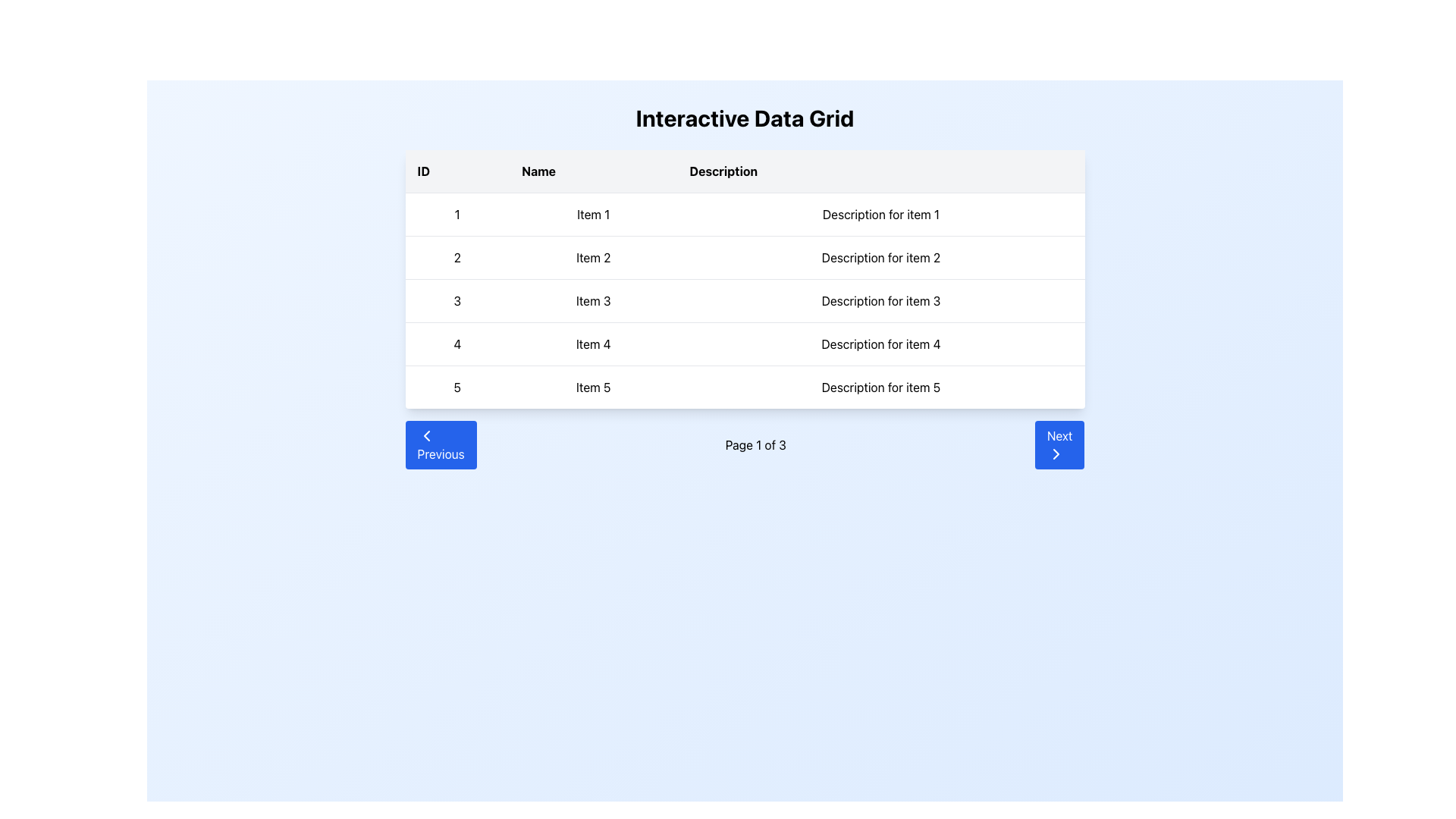  What do you see at coordinates (1055, 453) in the screenshot?
I see `the 'Next' button located at the bottom-right corner of the interface` at bounding box center [1055, 453].